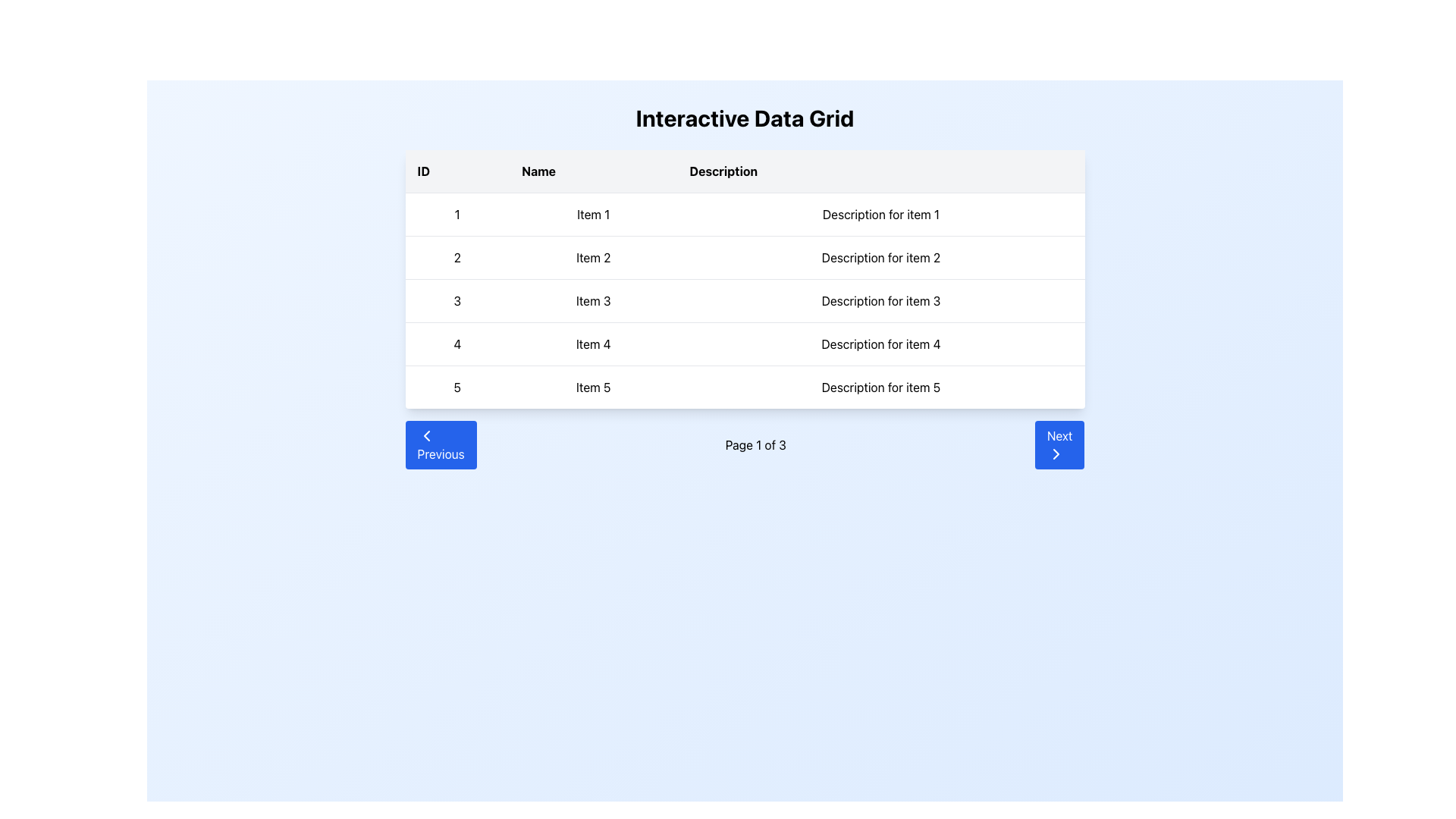  What do you see at coordinates (1055, 453) in the screenshot?
I see `the 'Next' button located at the bottom-right corner of the interface` at bounding box center [1055, 453].